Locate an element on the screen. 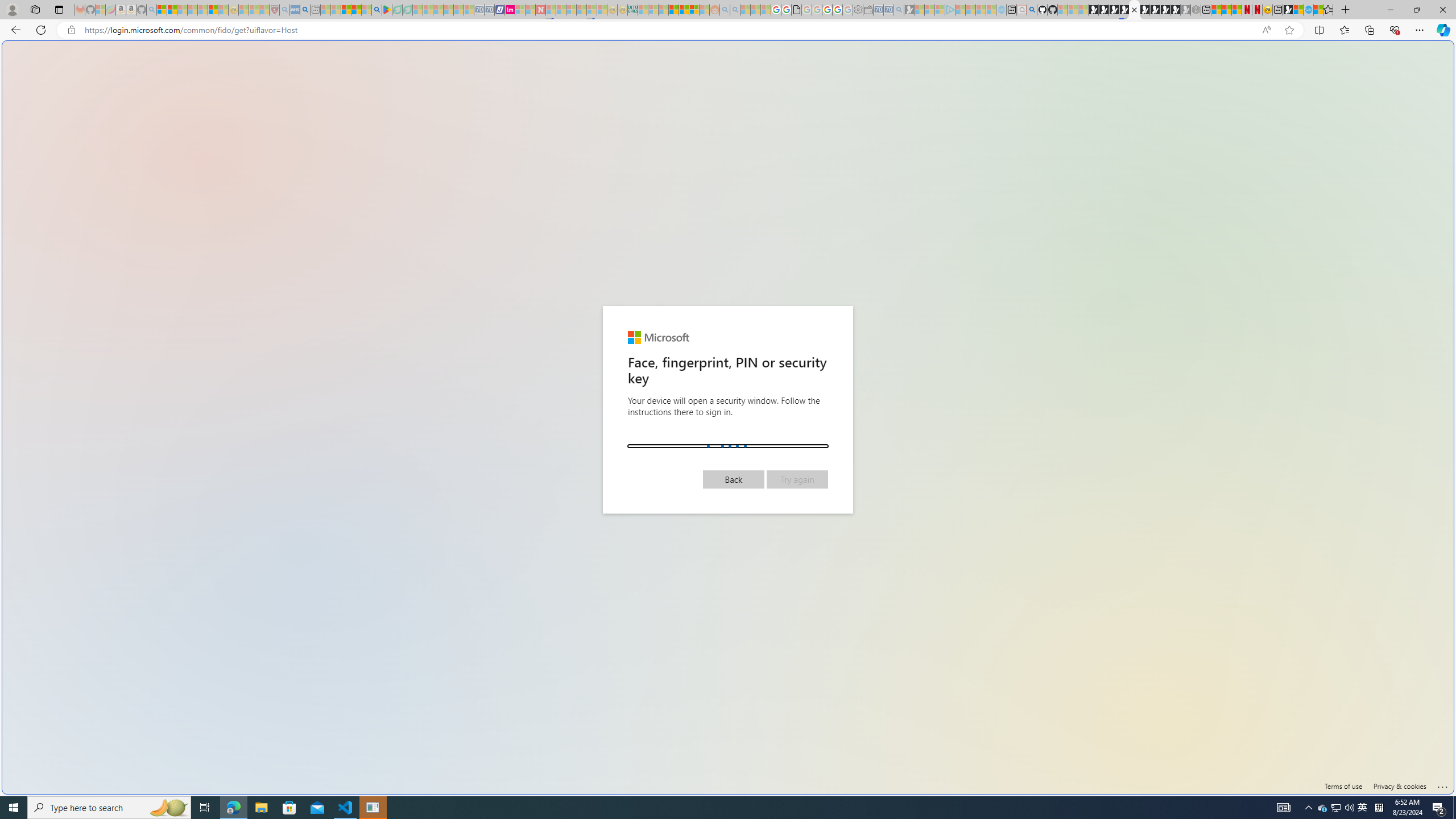 The height and width of the screenshot is (819, 1456). 'World - MSN' is located at coordinates (1298, 9).